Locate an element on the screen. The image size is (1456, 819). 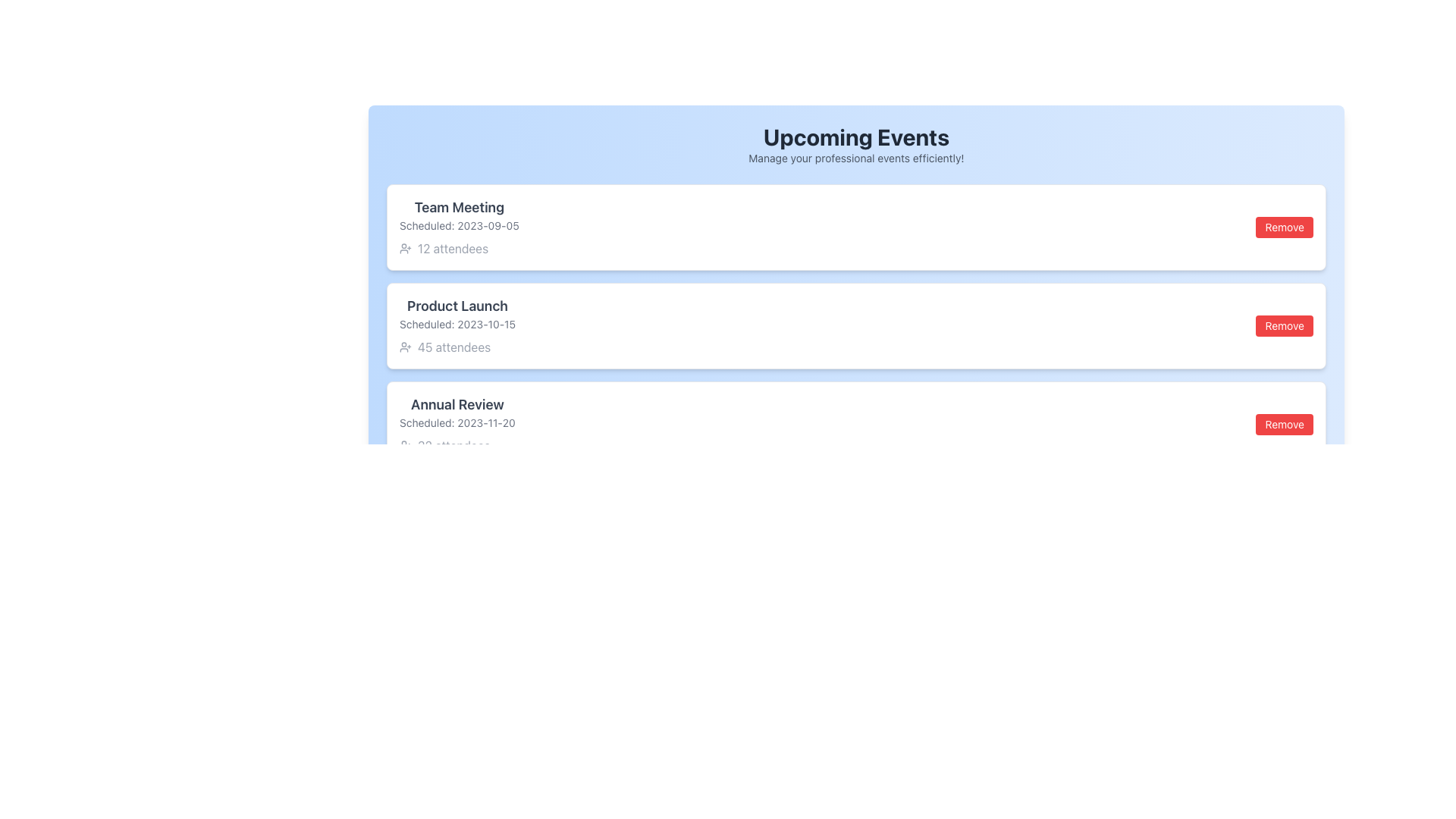
the button at the far right end of the 'Product Launch' event is located at coordinates (1284, 325).